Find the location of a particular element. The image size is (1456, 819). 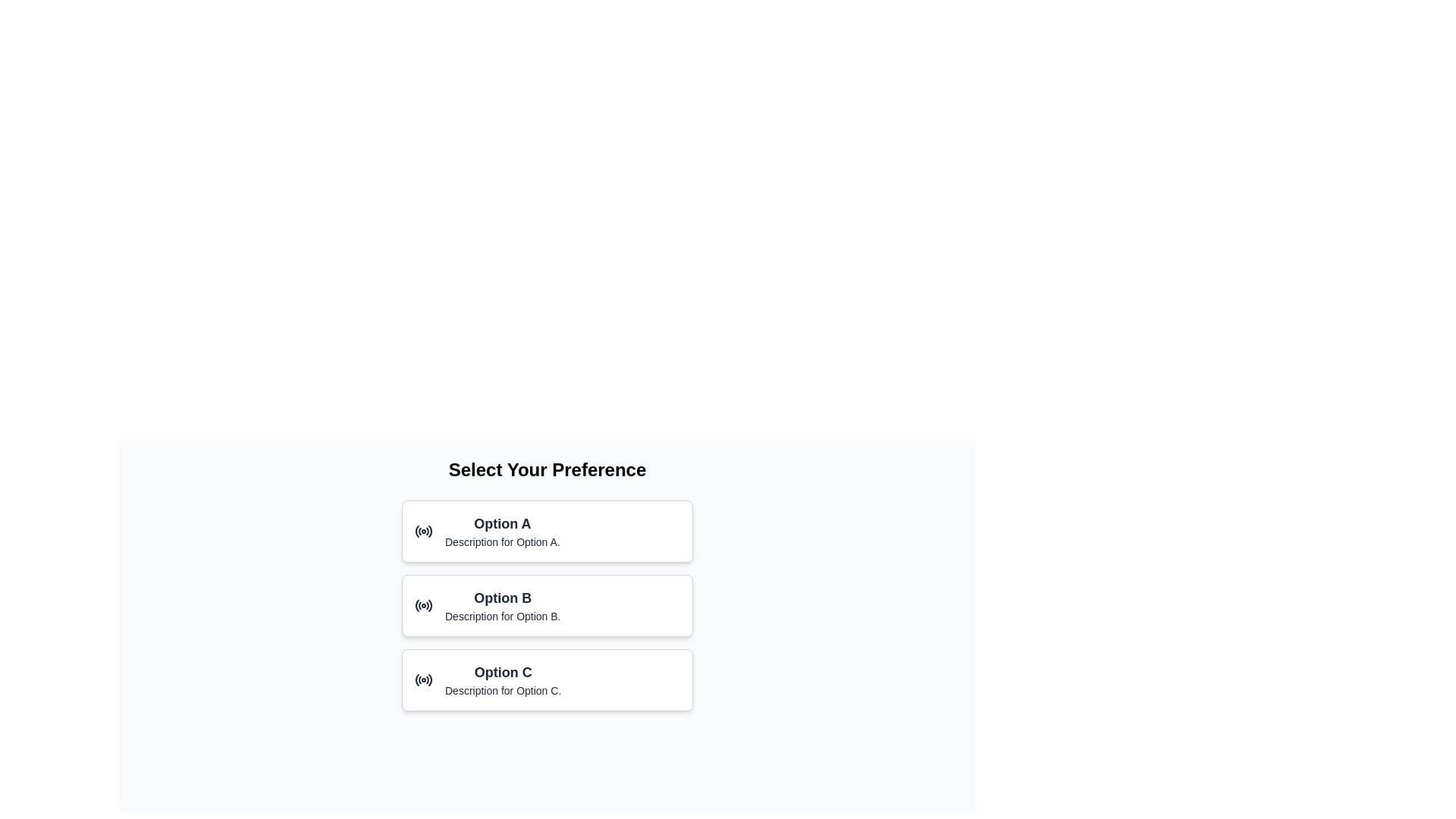

the descriptive text block of the first selectable option in the list, located below the option icon is located at coordinates (502, 531).